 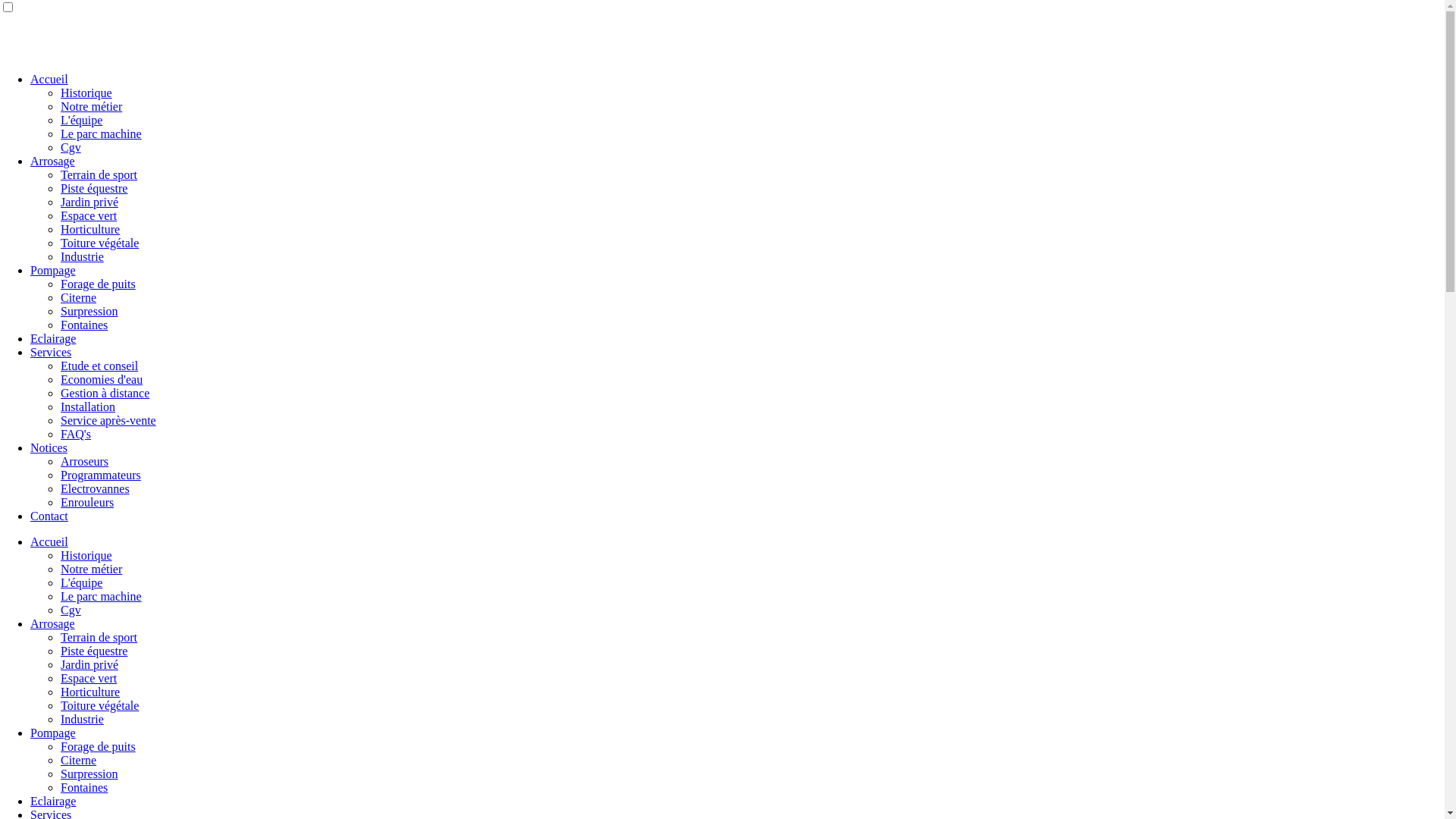 What do you see at coordinates (70, 147) in the screenshot?
I see `'Cgv'` at bounding box center [70, 147].